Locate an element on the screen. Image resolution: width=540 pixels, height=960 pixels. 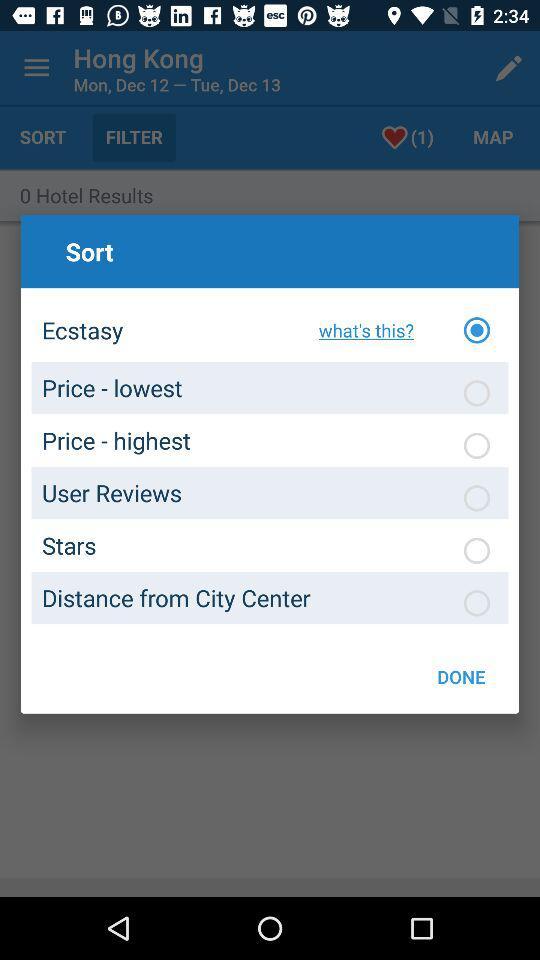
sort by distance to city center is located at coordinates (475, 602).